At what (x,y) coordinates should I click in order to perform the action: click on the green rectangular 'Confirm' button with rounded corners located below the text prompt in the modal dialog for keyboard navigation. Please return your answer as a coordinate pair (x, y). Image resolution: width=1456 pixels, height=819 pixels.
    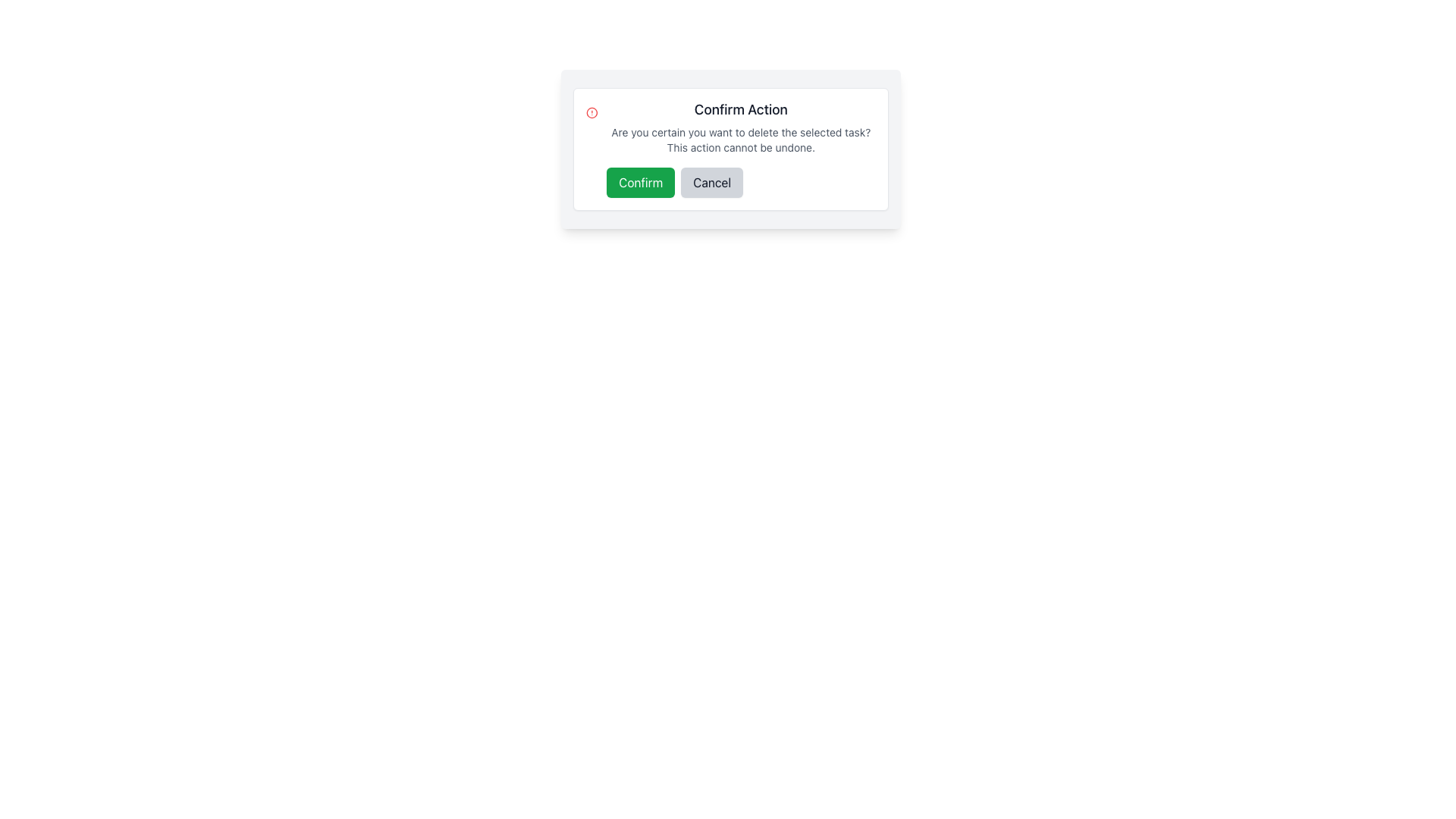
    Looking at the image, I should click on (641, 181).